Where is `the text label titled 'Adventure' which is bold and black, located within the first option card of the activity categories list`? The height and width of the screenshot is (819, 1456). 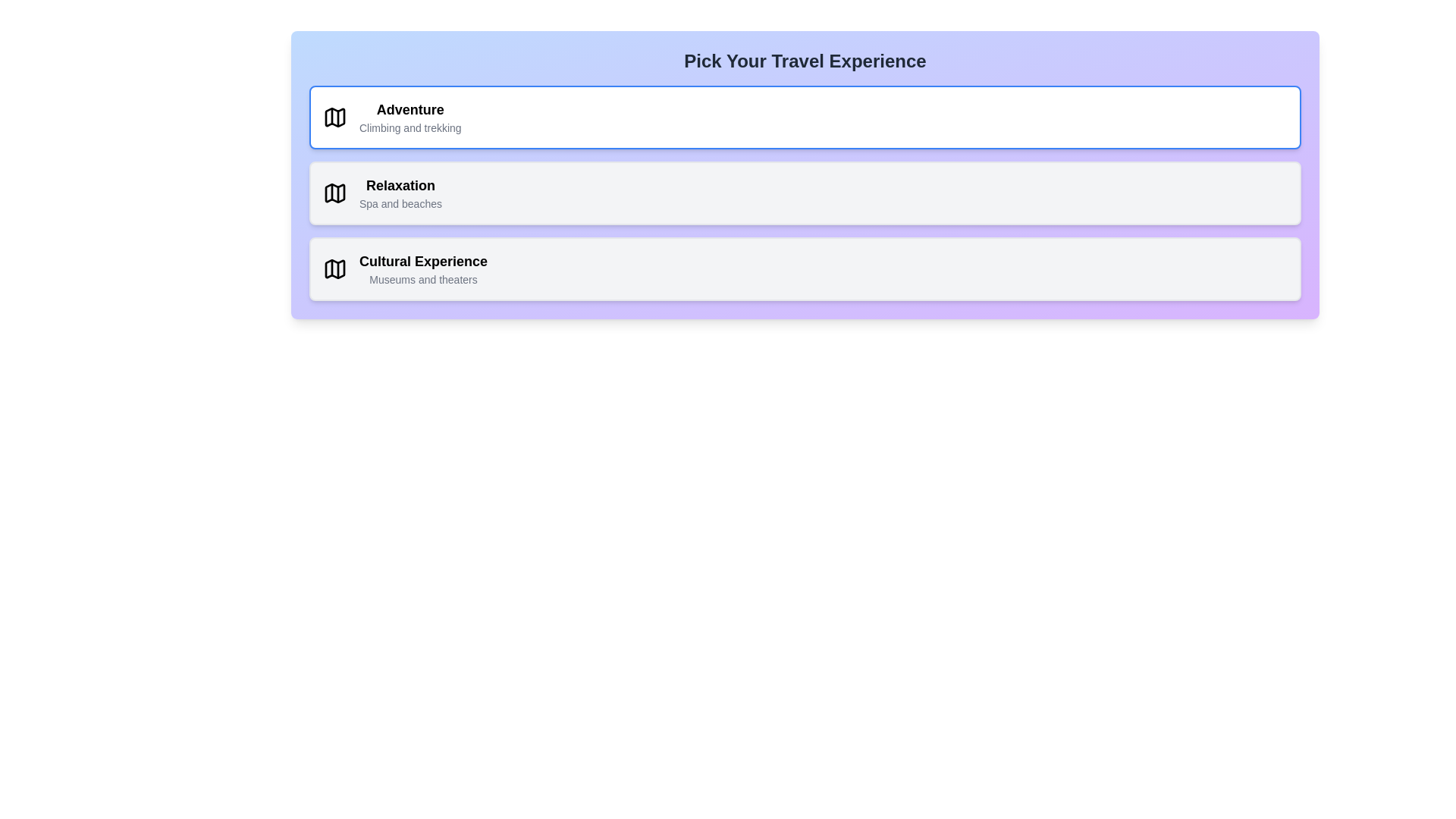 the text label titled 'Adventure' which is bold and black, located within the first option card of the activity categories list is located at coordinates (410, 109).